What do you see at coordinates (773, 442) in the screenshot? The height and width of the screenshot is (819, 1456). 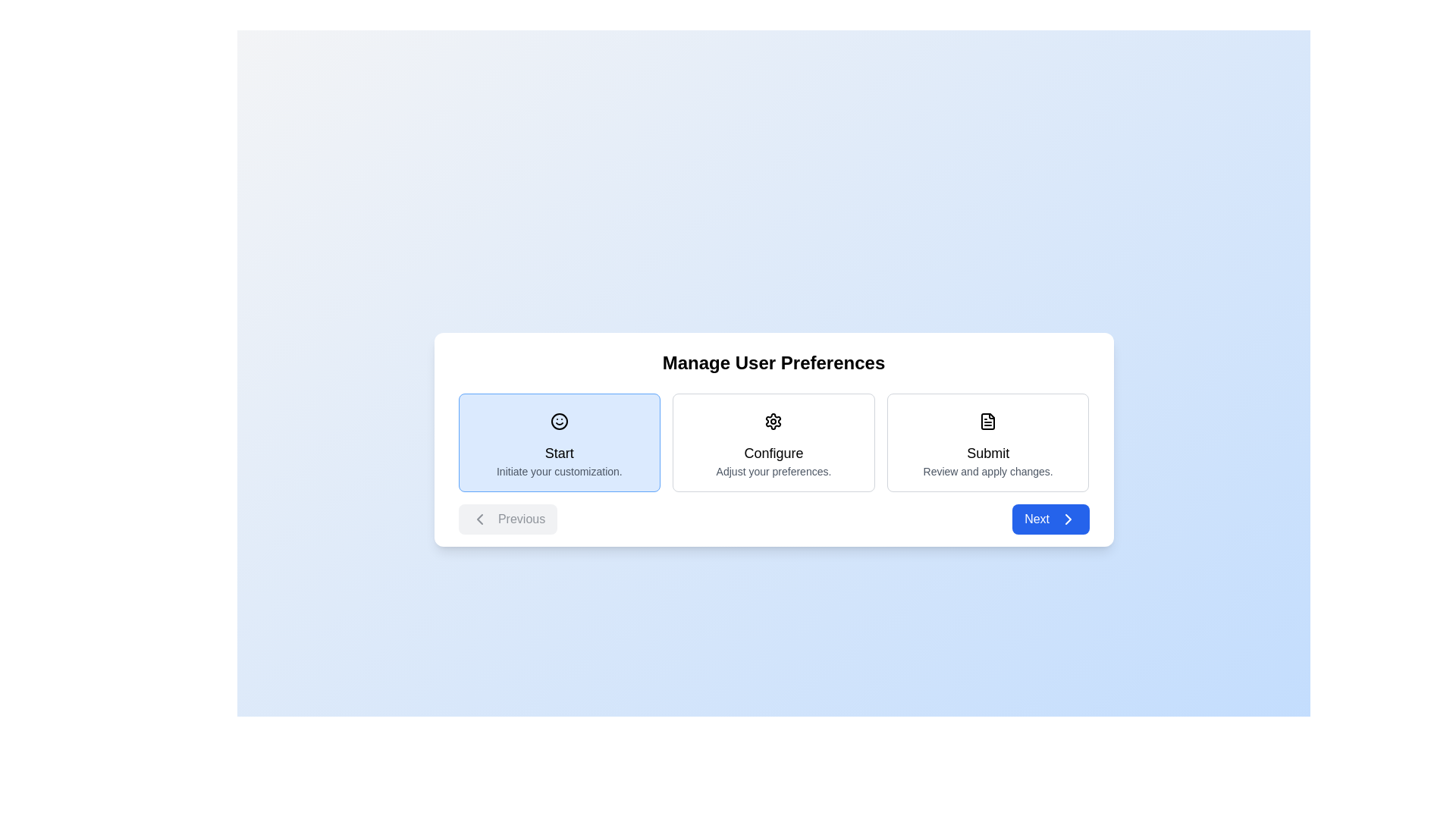 I see `the step Configure by clicking on its card` at bounding box center [773, 442].